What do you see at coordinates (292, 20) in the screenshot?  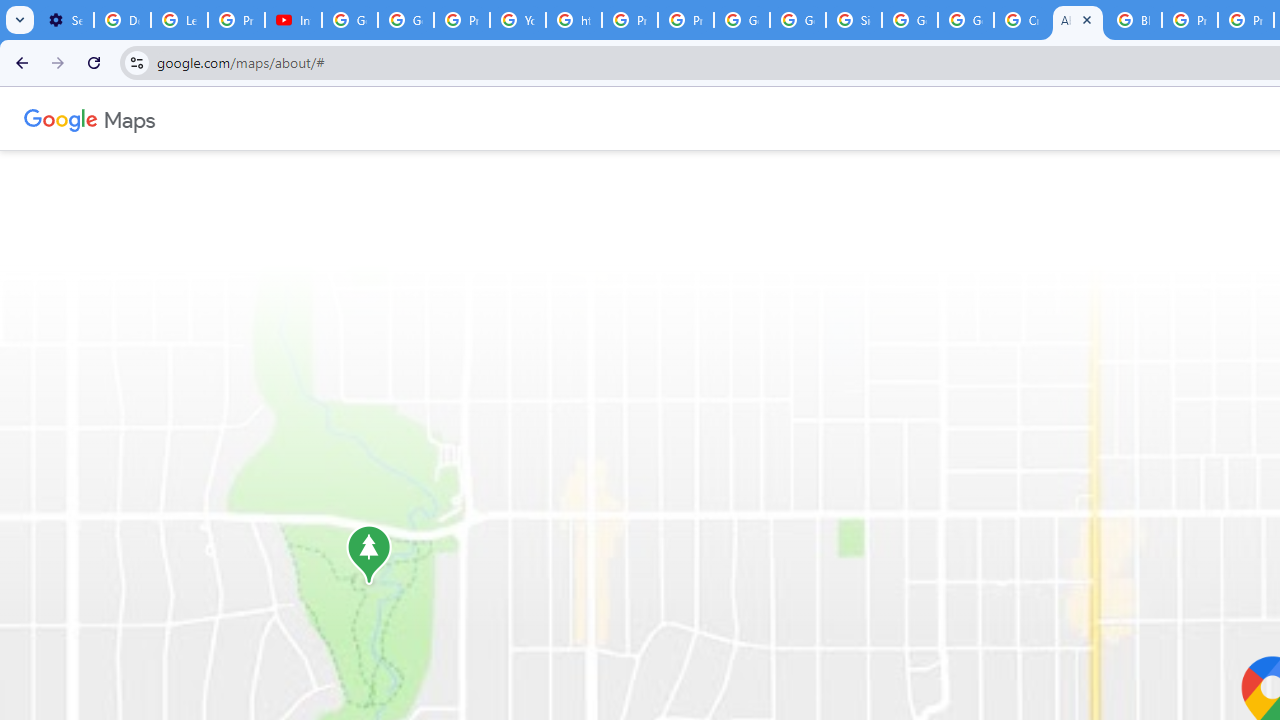 I see `'Introduction | Google Privacy Policy - YouTube'` at bounding box center [292, 20].